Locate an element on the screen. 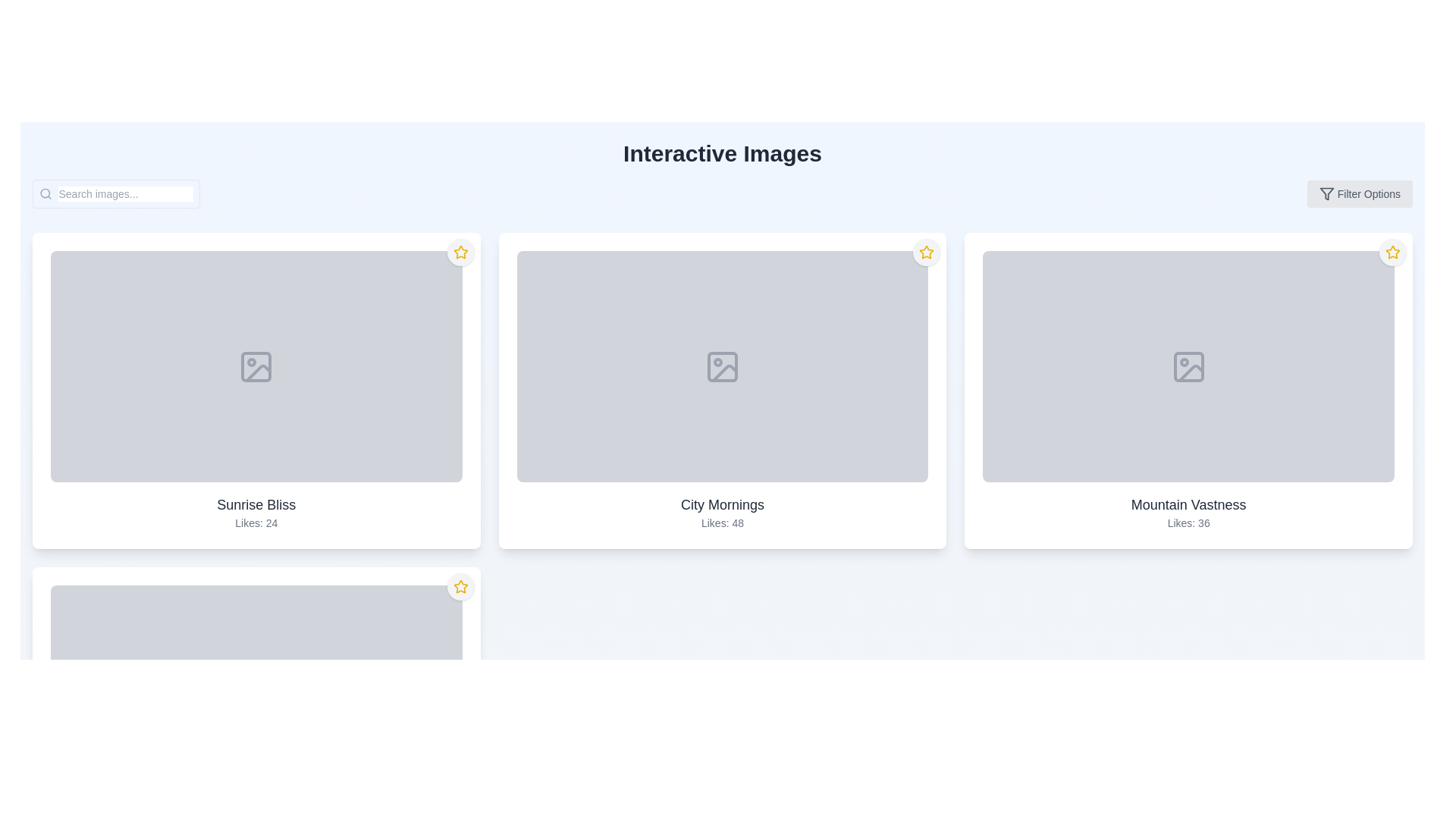  the star icon located at the top-right corner of the 'Sunrise Bliss' image card, which functions as a 'favorite' or 'like' indicator is located at coordinates (460, 251).